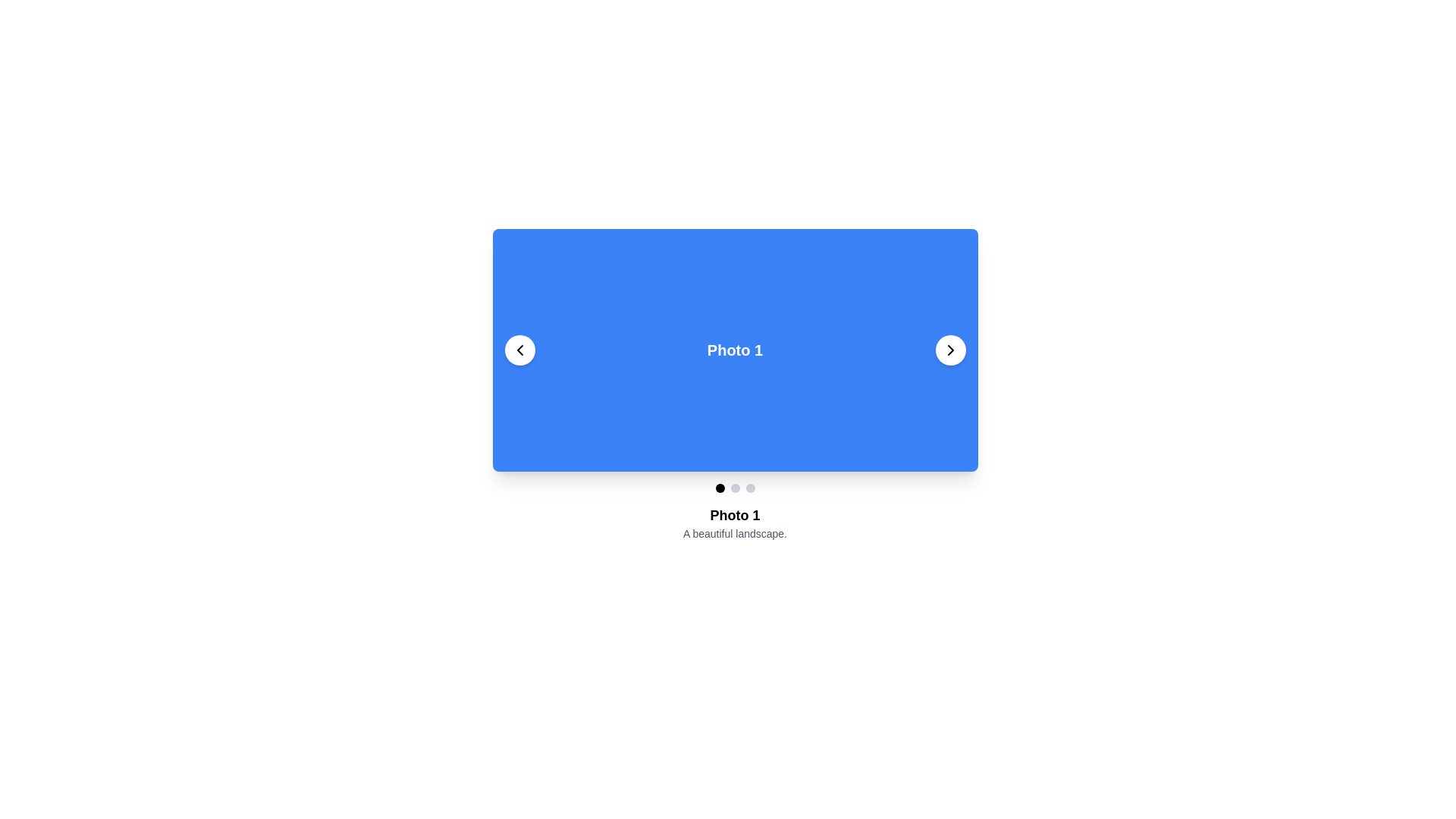  I want to click on the leftmost black circular indicator located below the text labeled 'Photo 1', so click(719, 488).